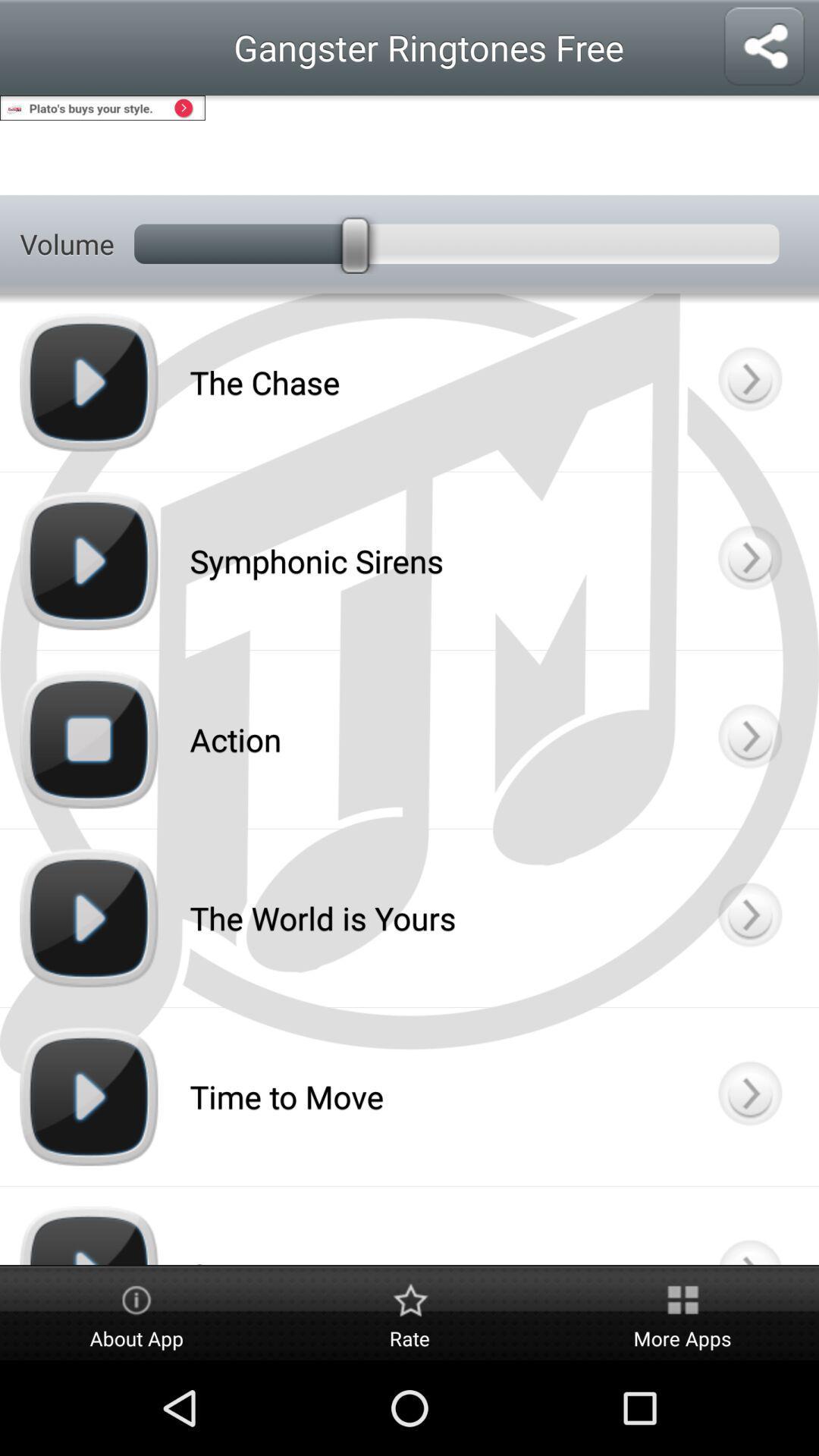 Image resolution: width=819 pixels, height=1456 pixels. What do you see at coordinates (748, 1225) in the screenshot?
I see `show track details` at bounding box center [748, 1225].